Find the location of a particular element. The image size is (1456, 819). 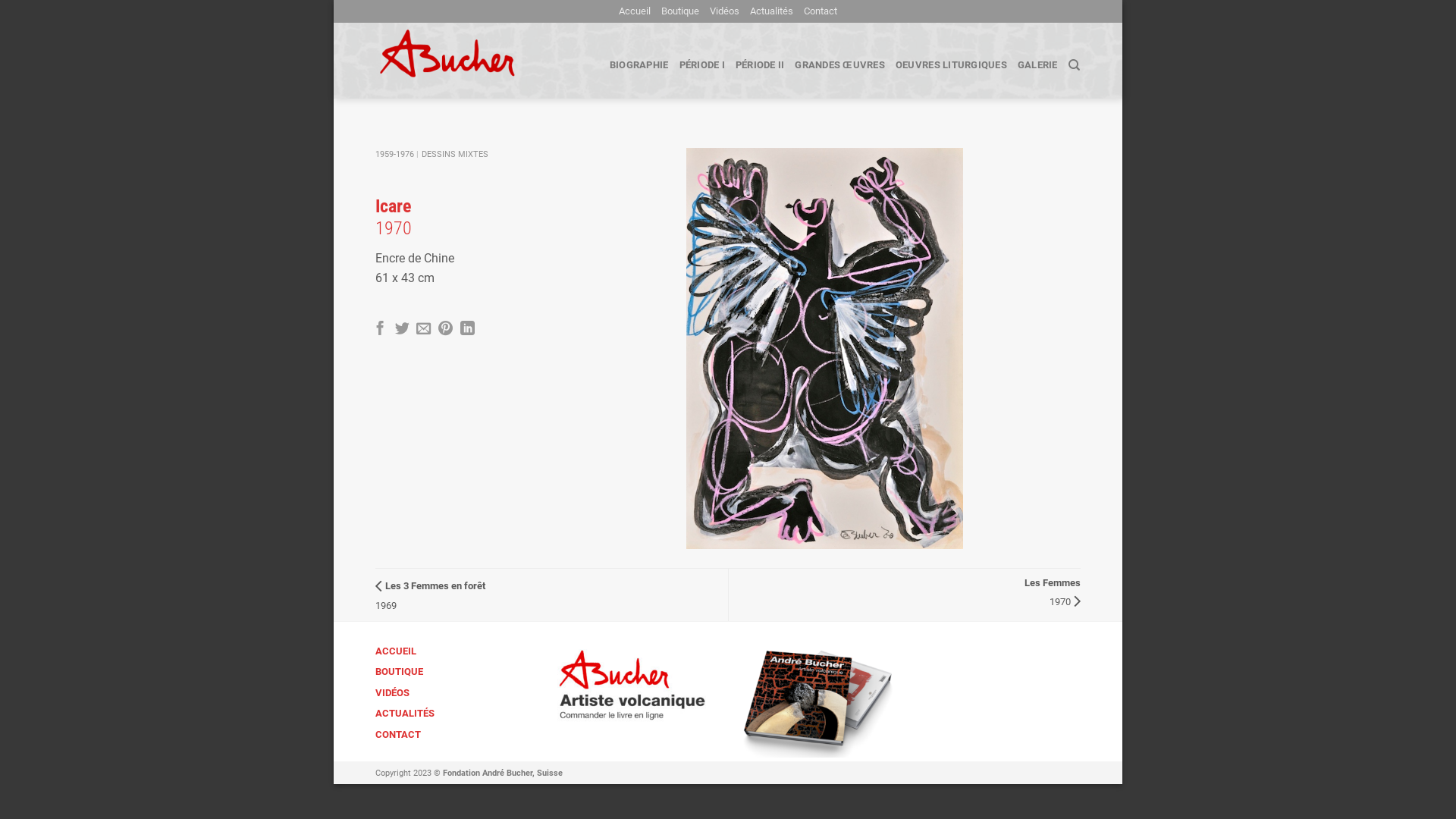

'GALERIE' is located at coordinates (1037, 64).